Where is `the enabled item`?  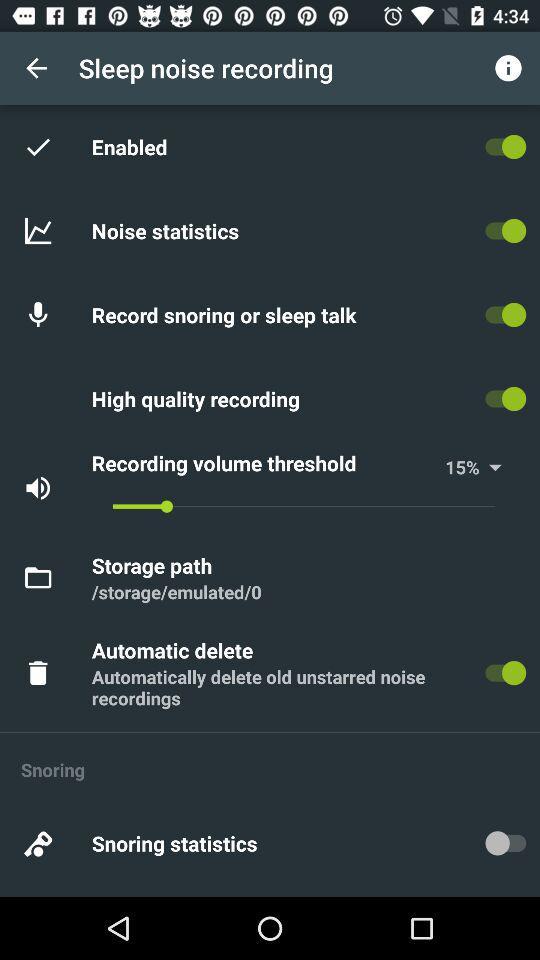
the enabled item is located at coordinates (133, 145).